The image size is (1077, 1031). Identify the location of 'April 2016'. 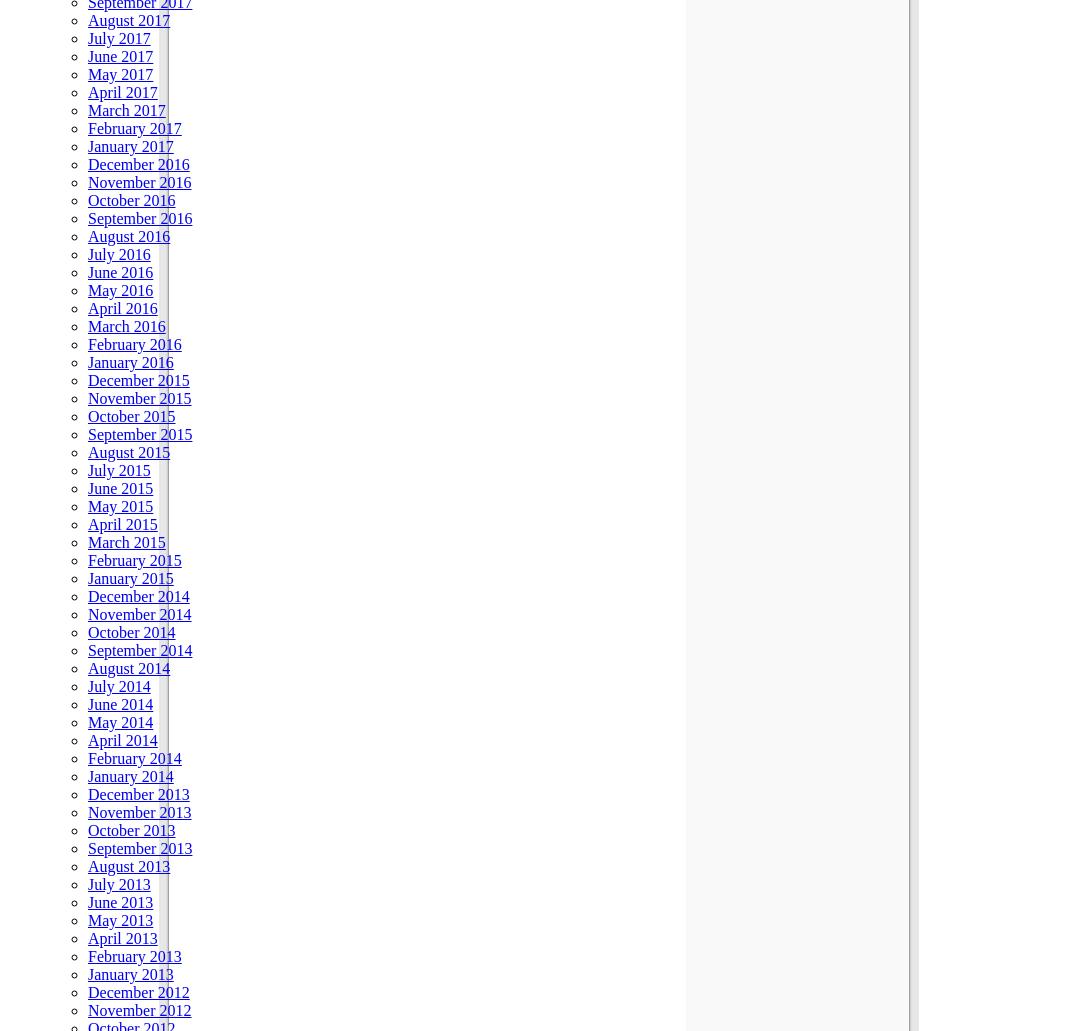
(86, 307).